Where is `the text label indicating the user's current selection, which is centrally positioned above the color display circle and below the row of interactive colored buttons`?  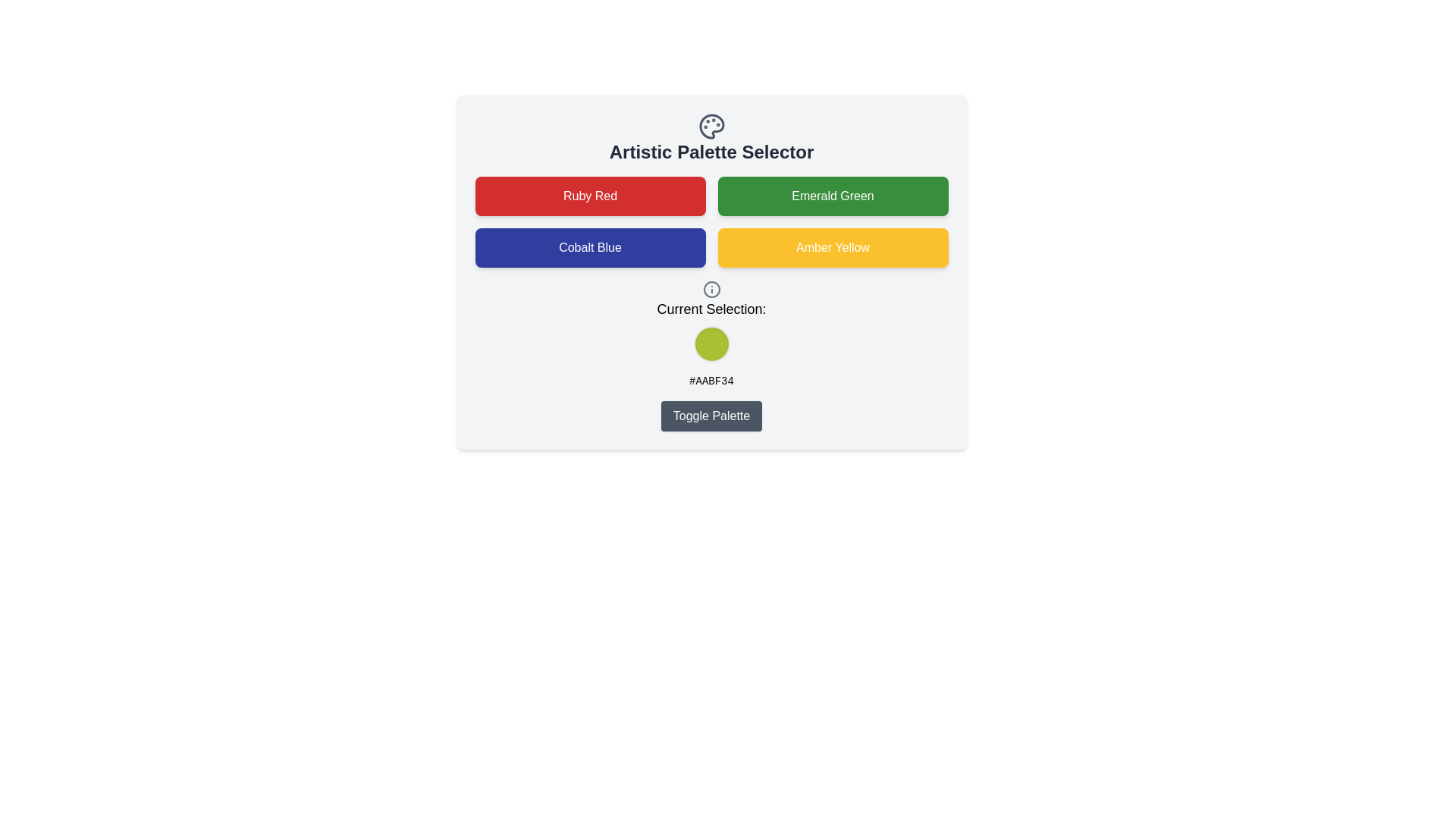 the text label indicating the user's current selection, which is centrally positioned above the color display circle and below the row of interactive colored buttons is located at coordinates (711, 308).